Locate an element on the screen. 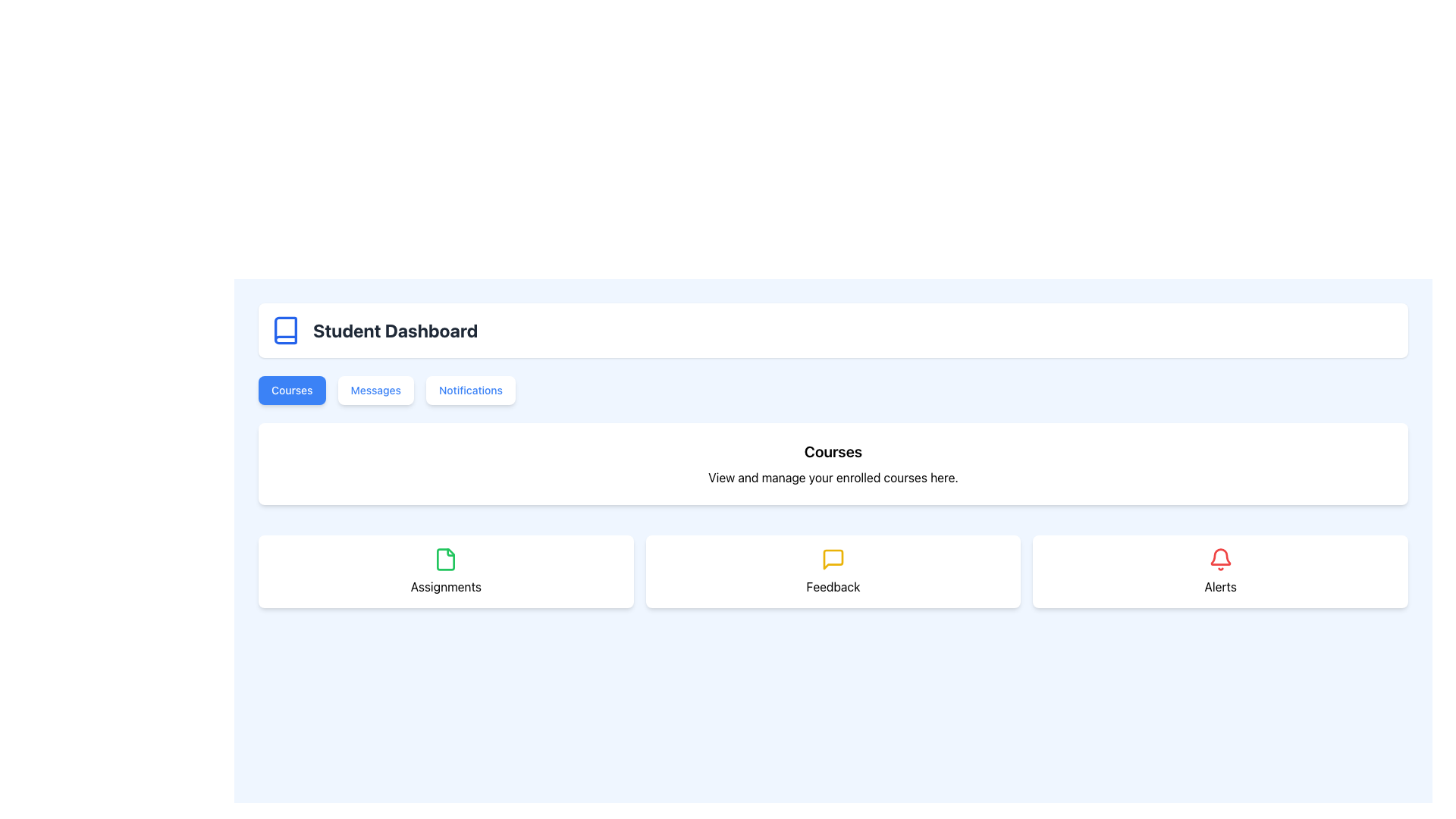  the prominent 'Student Dashboard' text label styled in bold, large, gray fonts located in the upper-left section of the interface, beside a blue book icon is located at coordinates (395, 329).